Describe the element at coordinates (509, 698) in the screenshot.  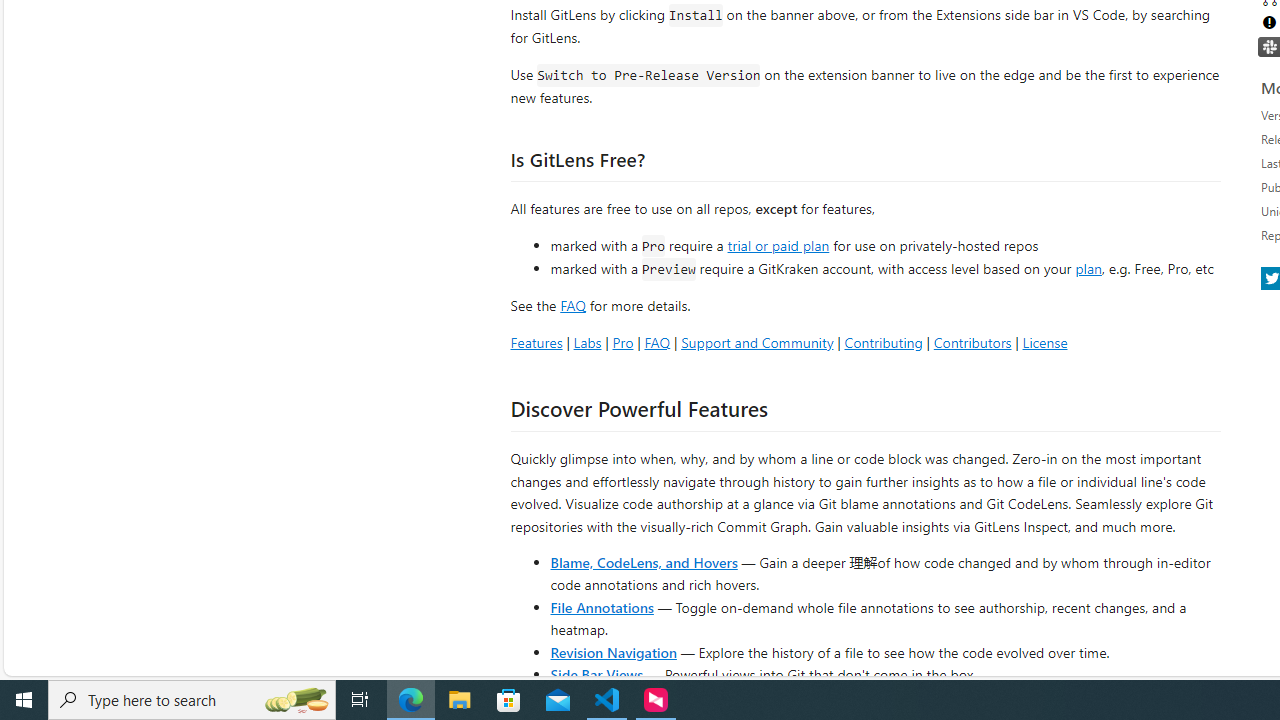
I see `'Microsoft Store'` at that location.